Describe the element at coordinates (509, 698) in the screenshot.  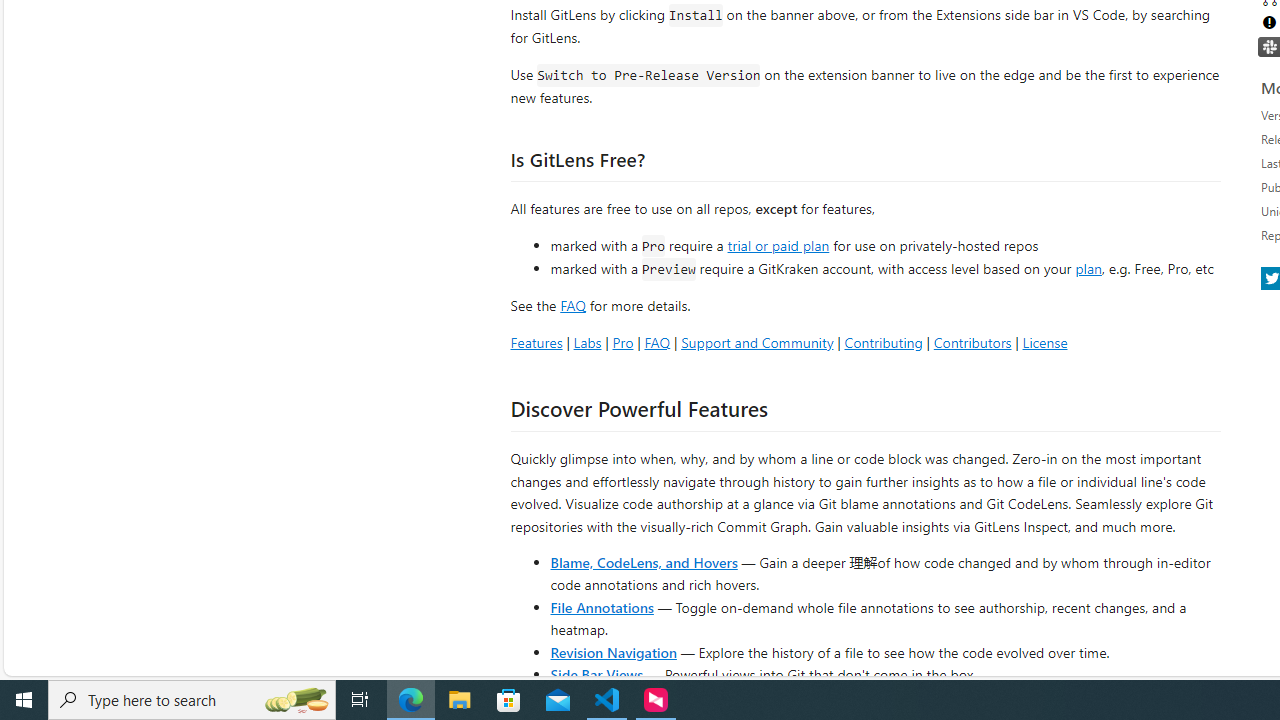
I see `'Microsoft Store'` at that location.